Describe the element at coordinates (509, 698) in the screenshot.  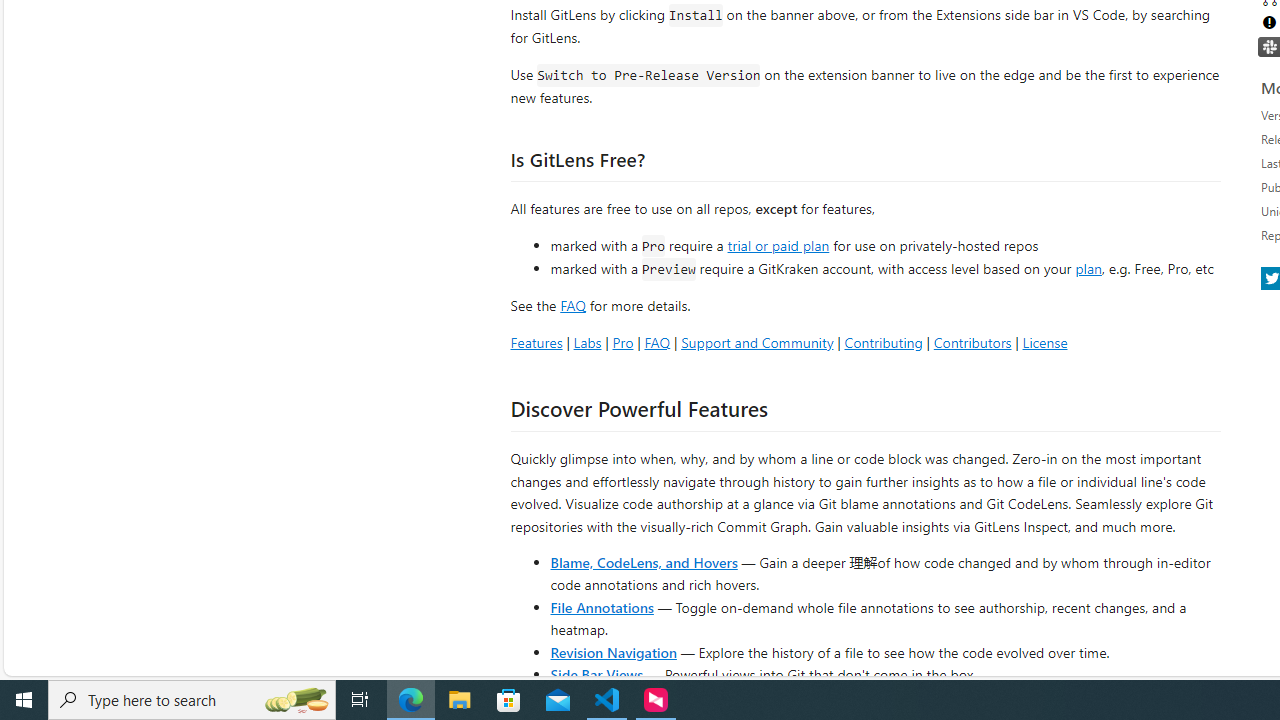
I see `'Microsoft Store'` at that location.